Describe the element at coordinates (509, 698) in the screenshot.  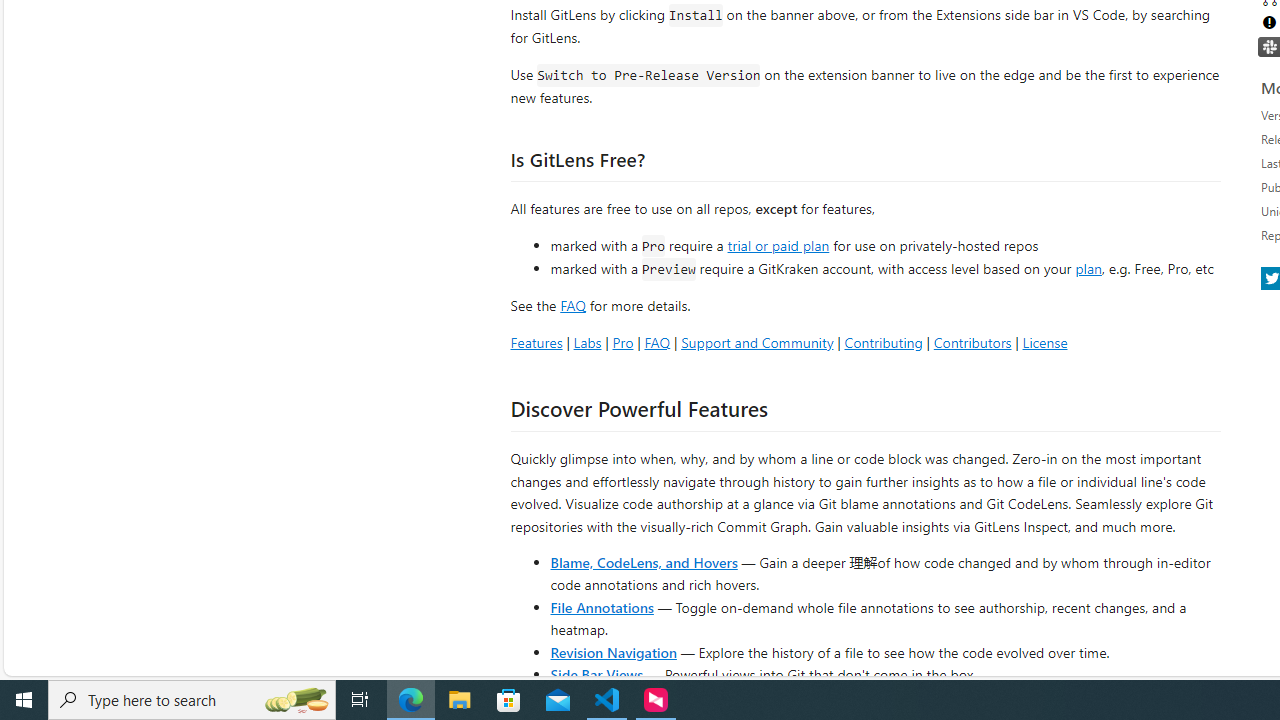
I see `'Microsoft Store'` at that location.